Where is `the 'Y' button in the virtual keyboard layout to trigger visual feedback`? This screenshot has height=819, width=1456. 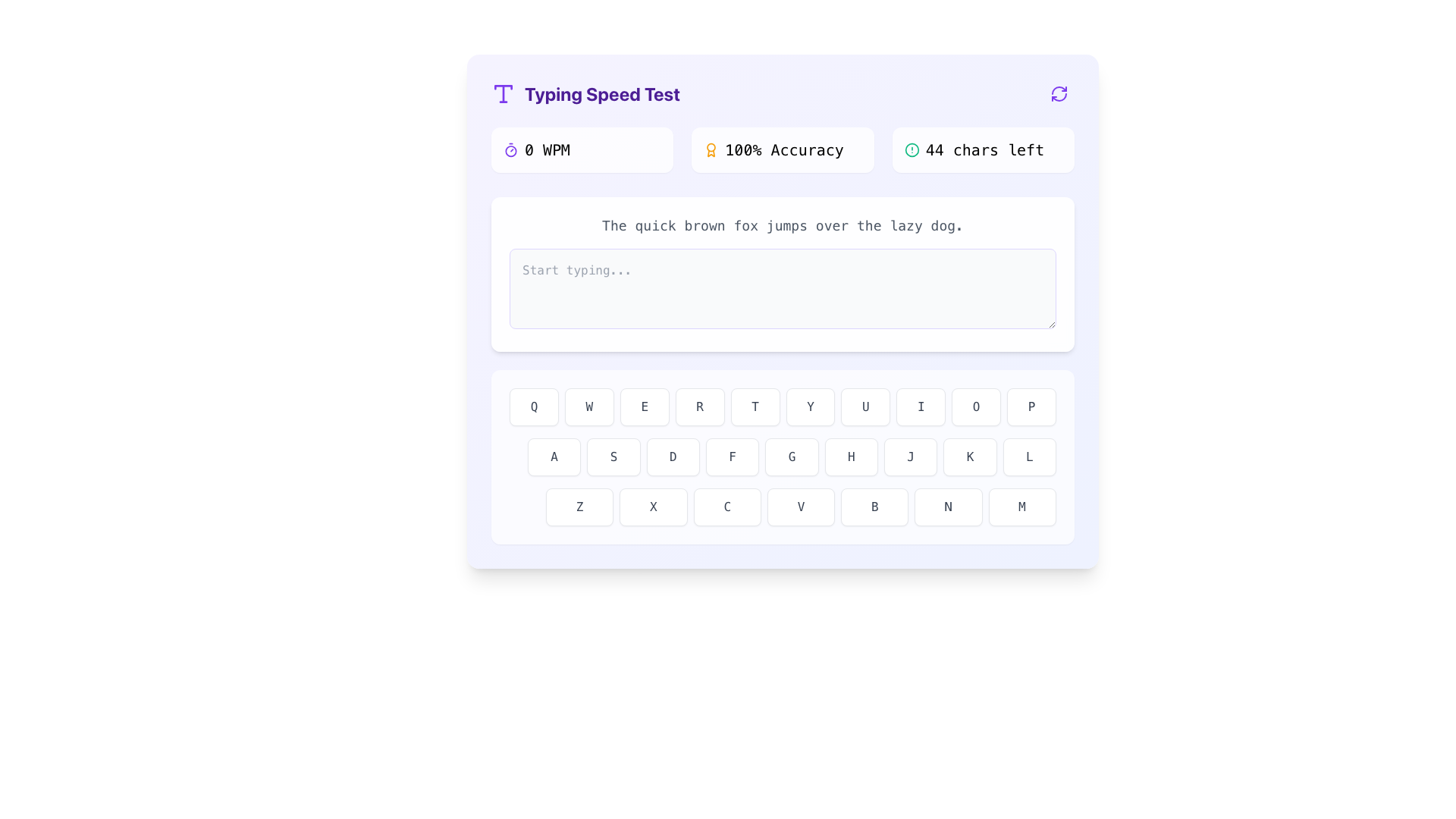
the 'Y' button in the virtual keyboard layout to trigger visual feedback is located at coordinates (809, 406).